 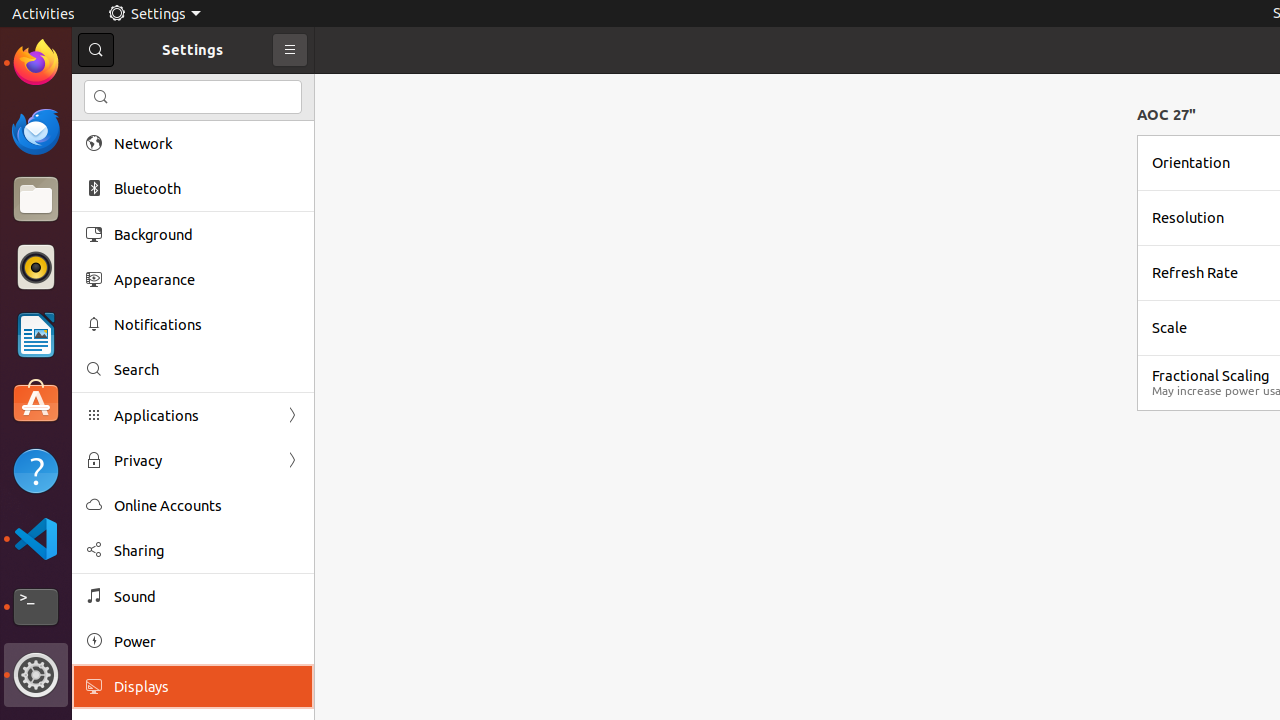 I want to click on 'Refresh Rate', so click(x=1195, y=272).